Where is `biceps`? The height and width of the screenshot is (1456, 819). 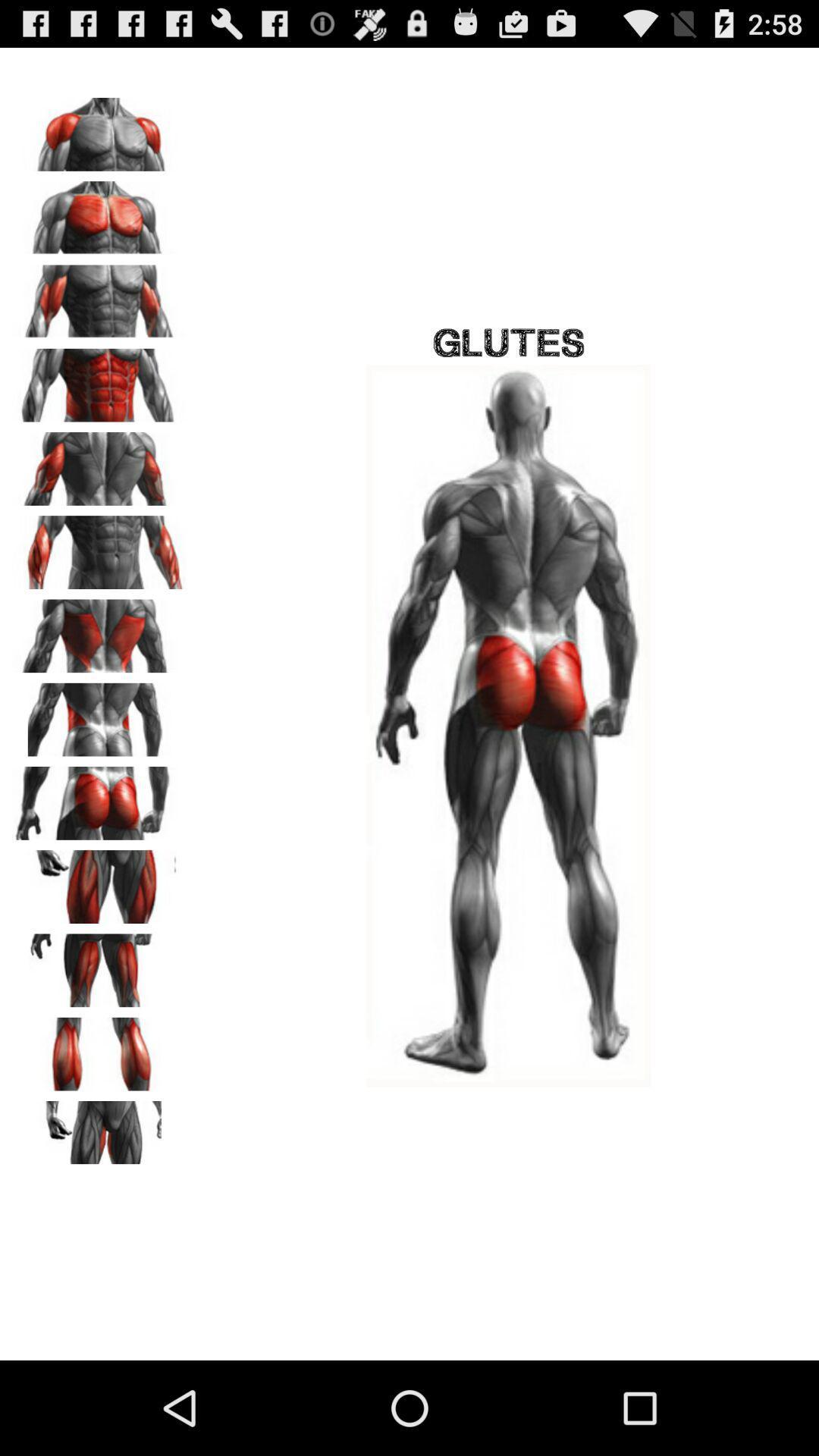
biceps is located at coordinates (99, 297).